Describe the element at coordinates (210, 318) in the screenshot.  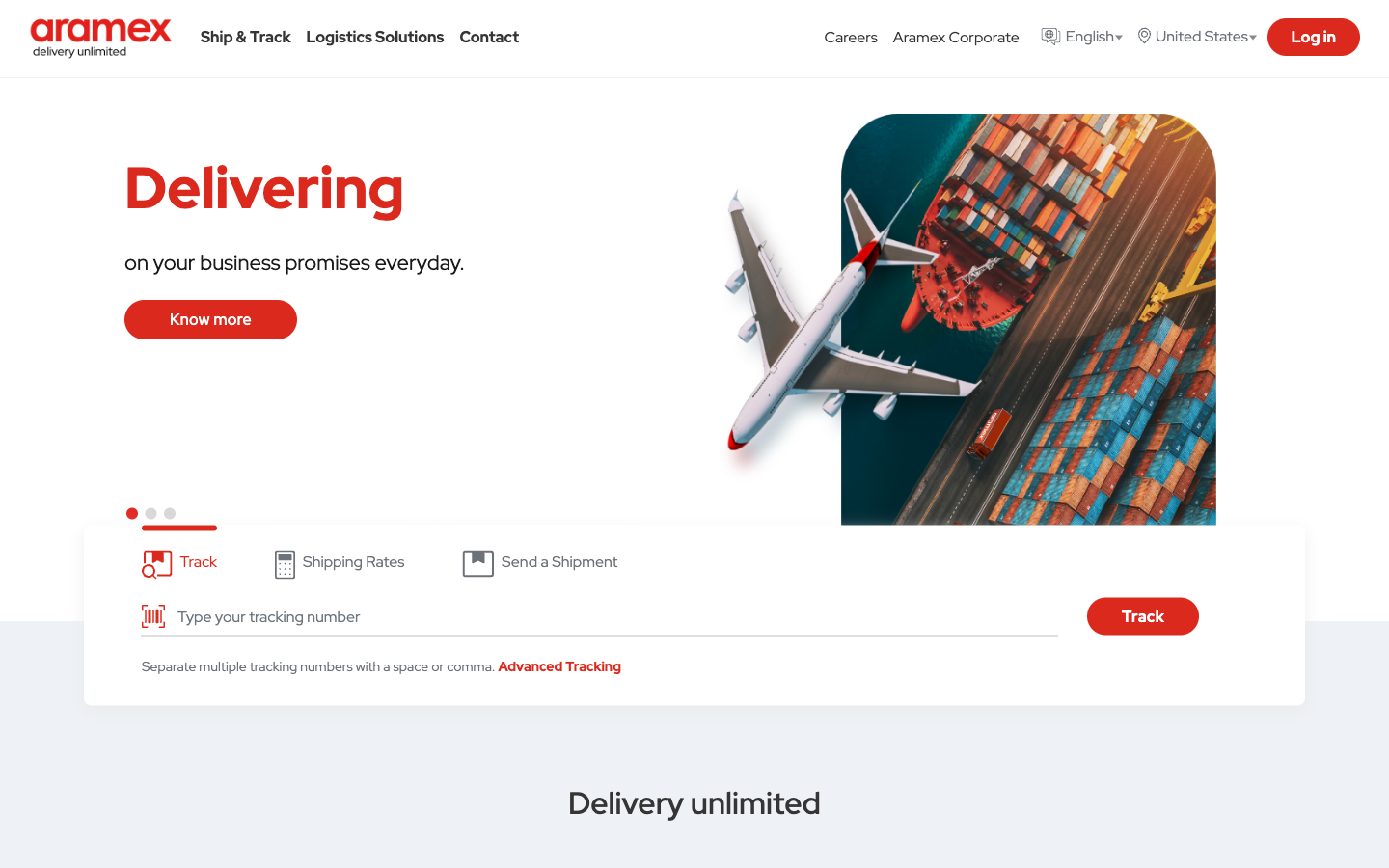
I see `the knowledge page by clicking the "know more" button` at that location.